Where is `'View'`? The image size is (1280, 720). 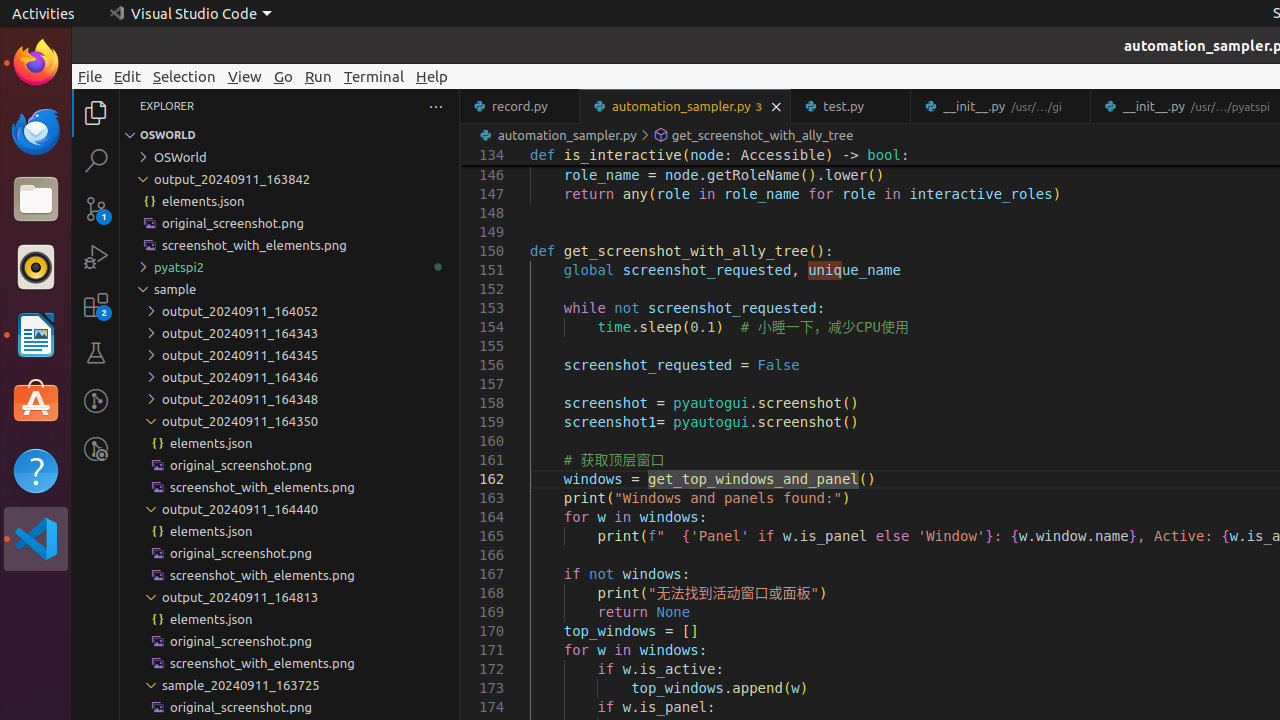 'View' is located at coordinates (243, 75).